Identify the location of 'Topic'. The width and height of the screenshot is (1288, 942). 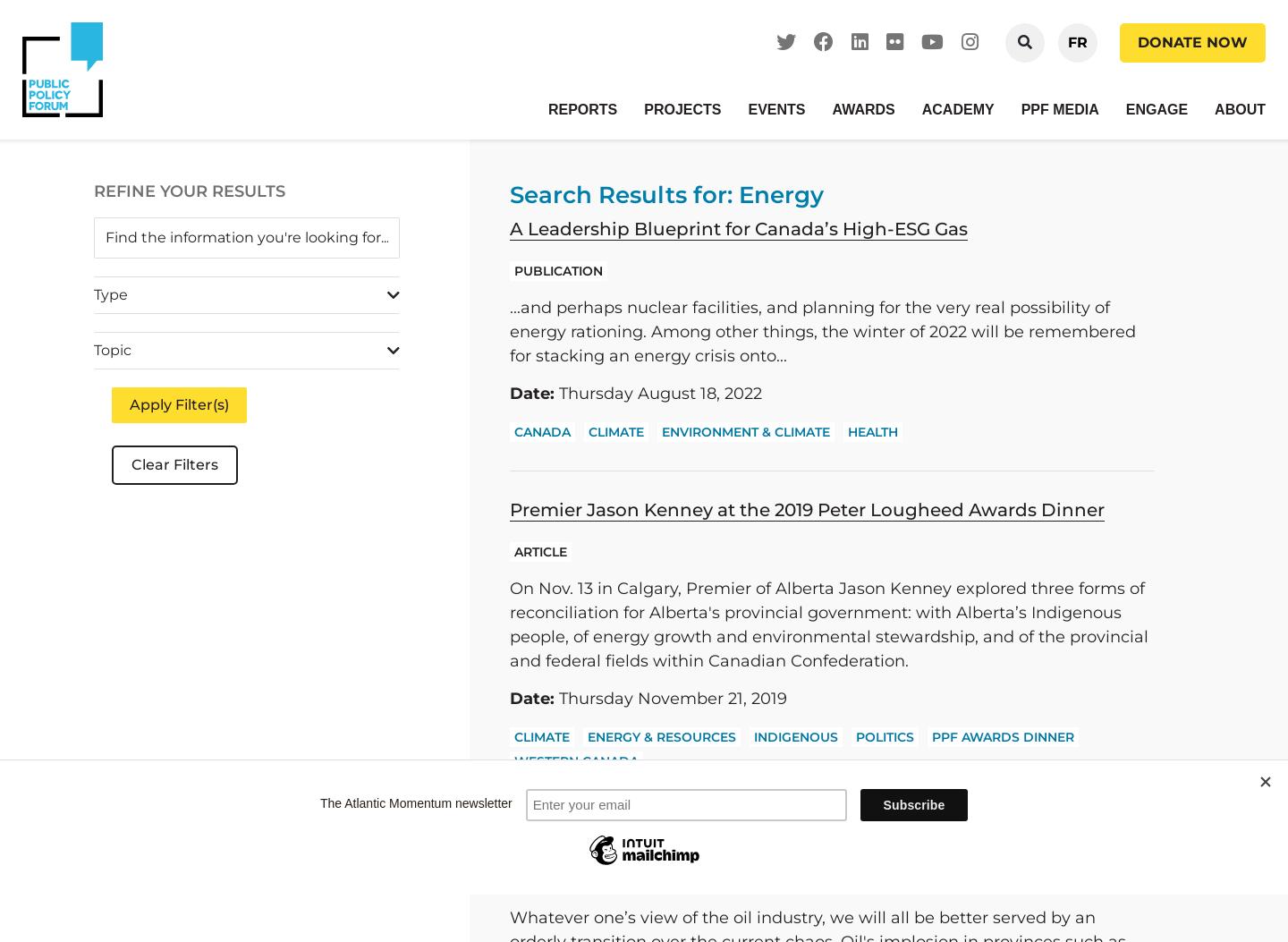
(111, 350).